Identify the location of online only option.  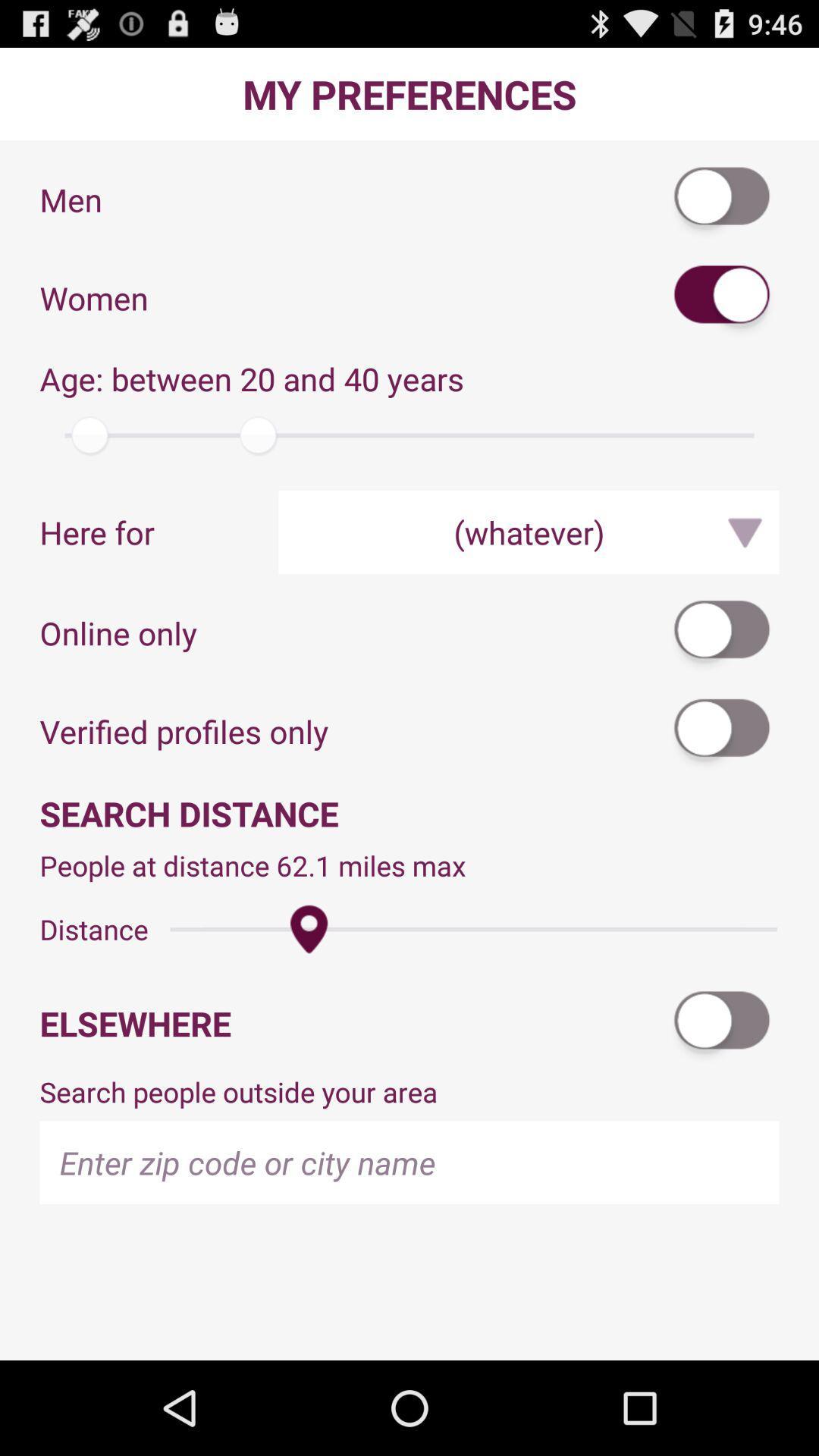
(722, 632).